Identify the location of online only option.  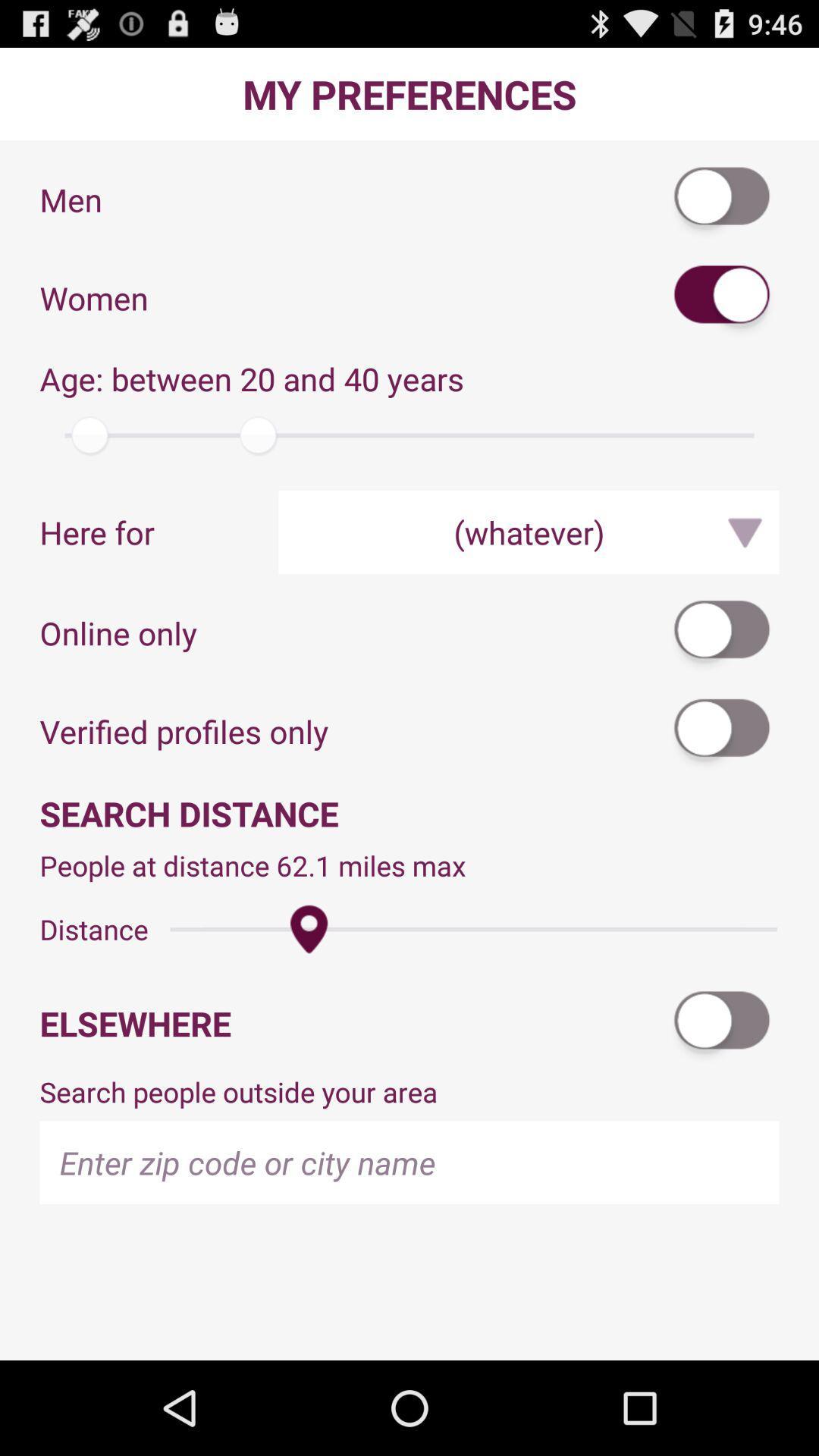
(722, 632).